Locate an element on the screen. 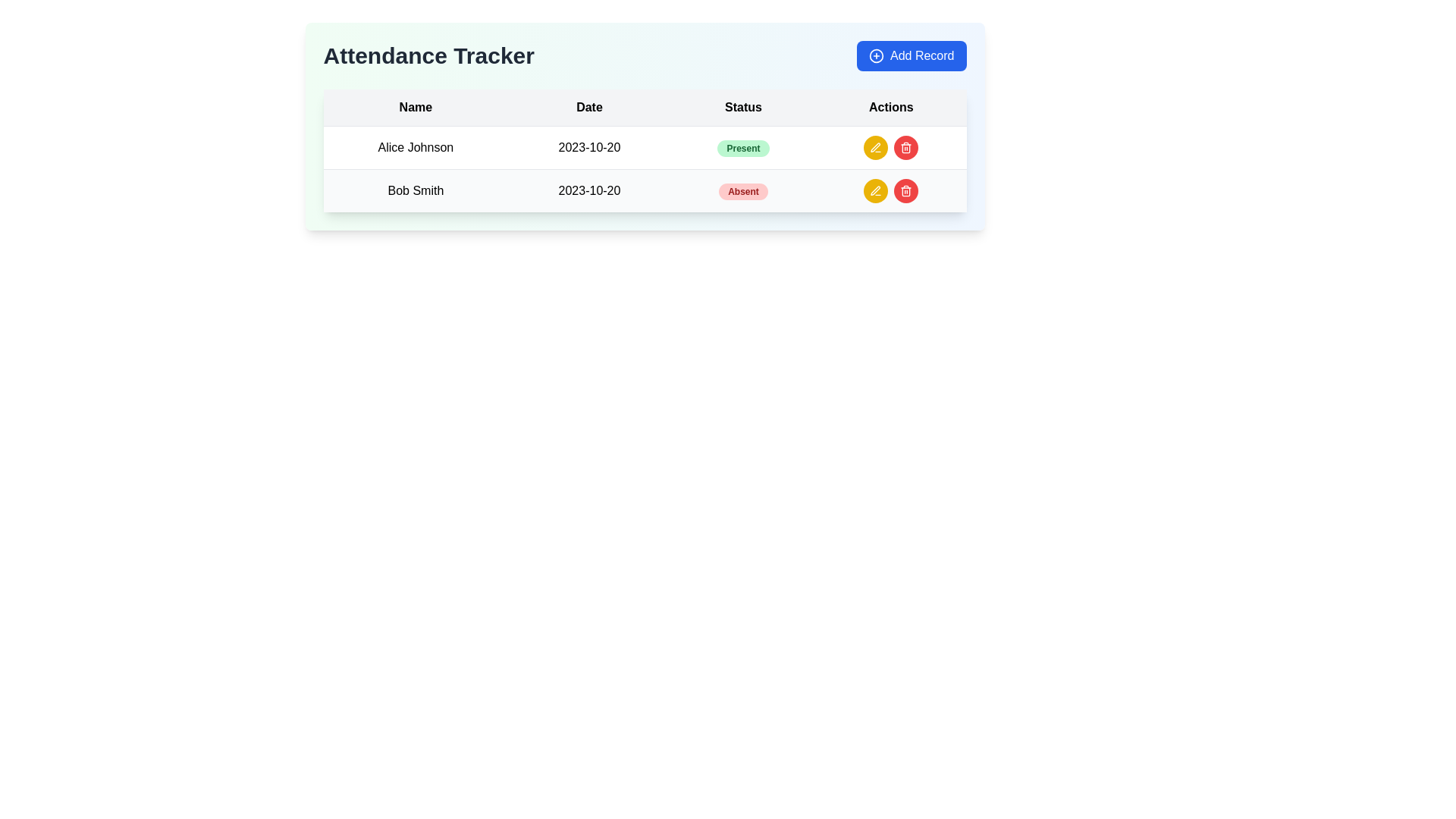  the delete button located in the Actions column of the table row corresponding to Bob Smith is located at coordinates (906, 148).